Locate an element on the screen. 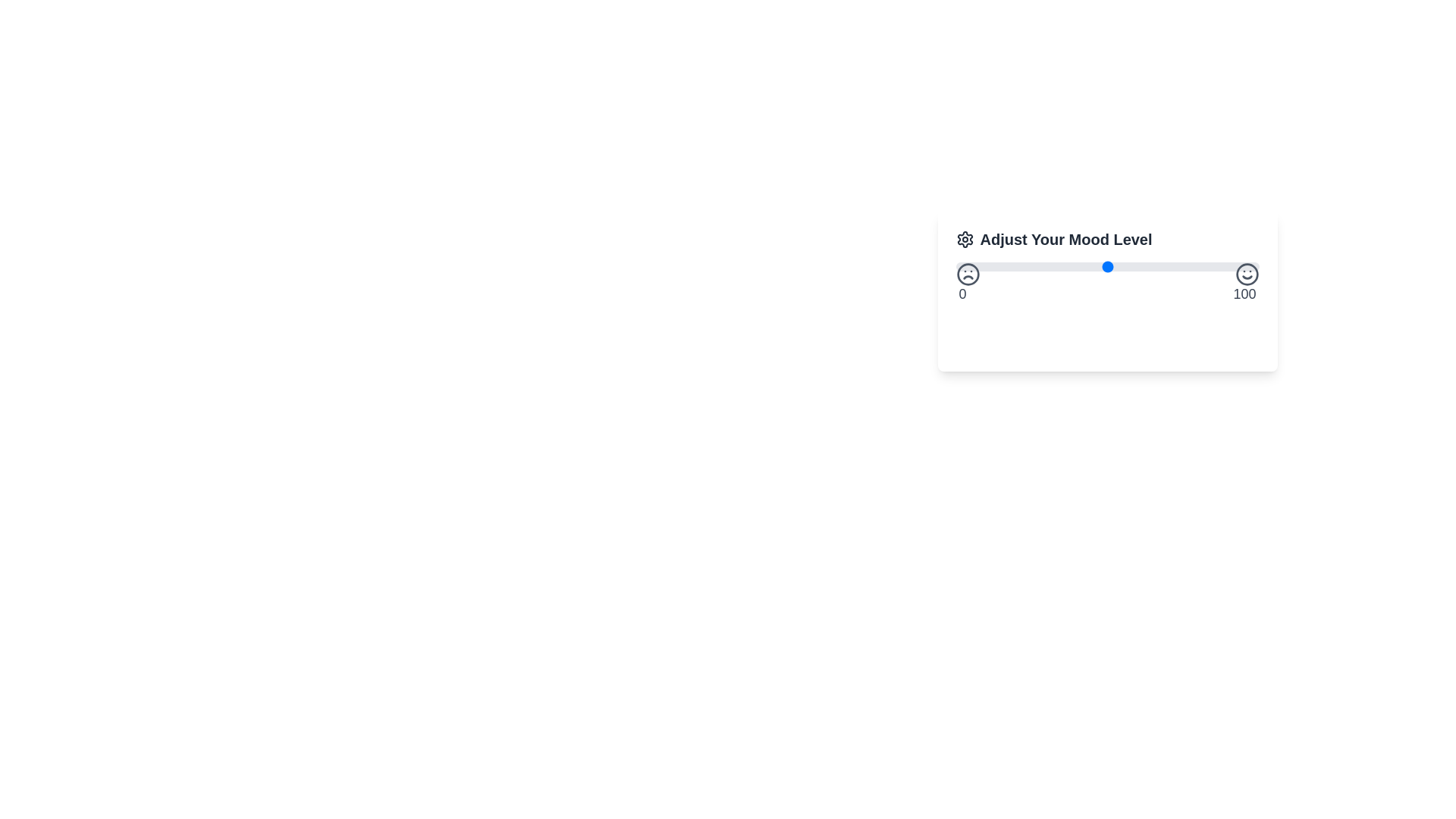 This screenshot has width=1456, height=819. mood level is located at coordinates (1010, 265).